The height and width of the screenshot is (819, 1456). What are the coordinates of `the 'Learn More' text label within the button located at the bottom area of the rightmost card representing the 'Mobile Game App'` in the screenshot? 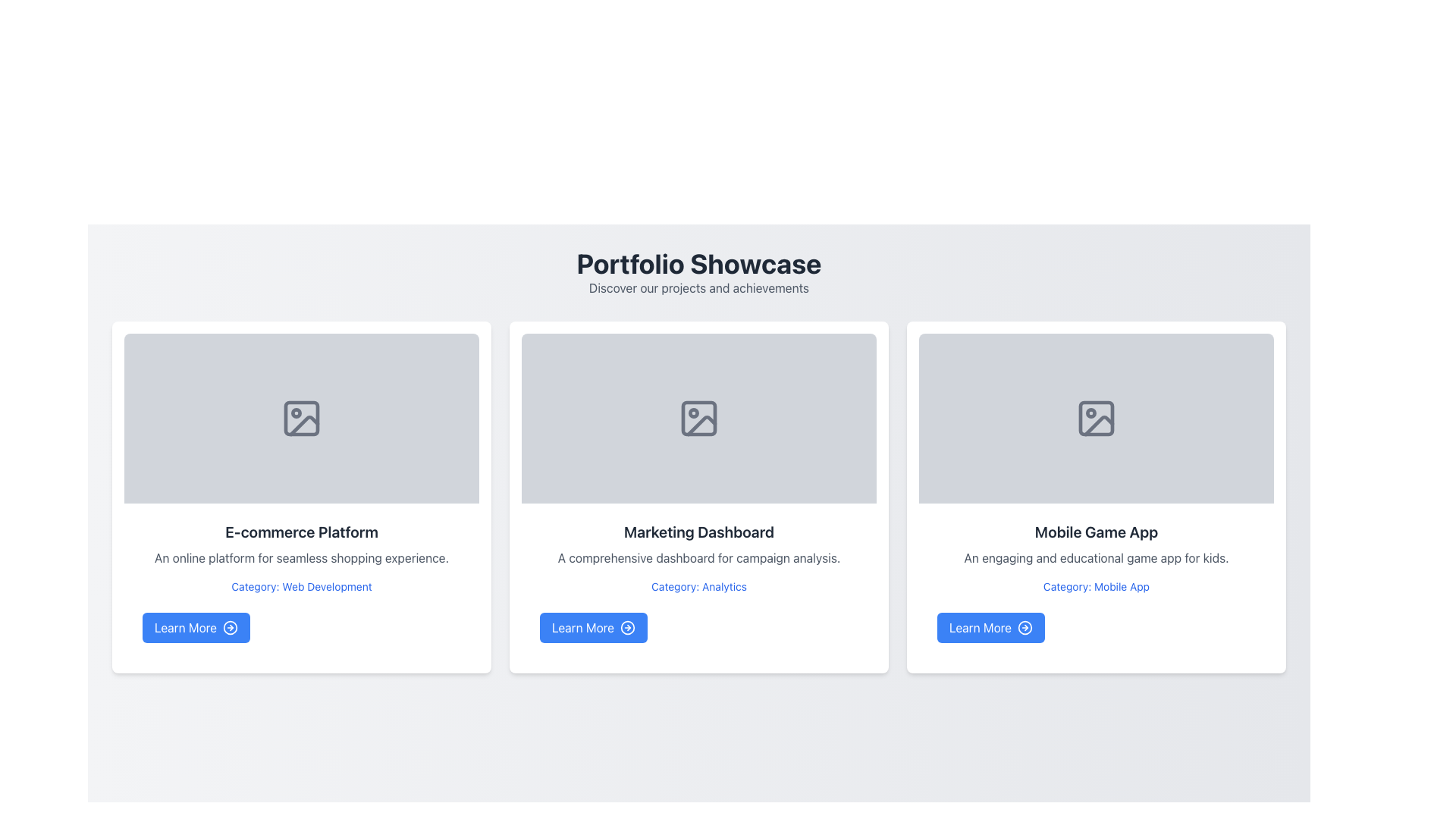 It's located at (981, 628).